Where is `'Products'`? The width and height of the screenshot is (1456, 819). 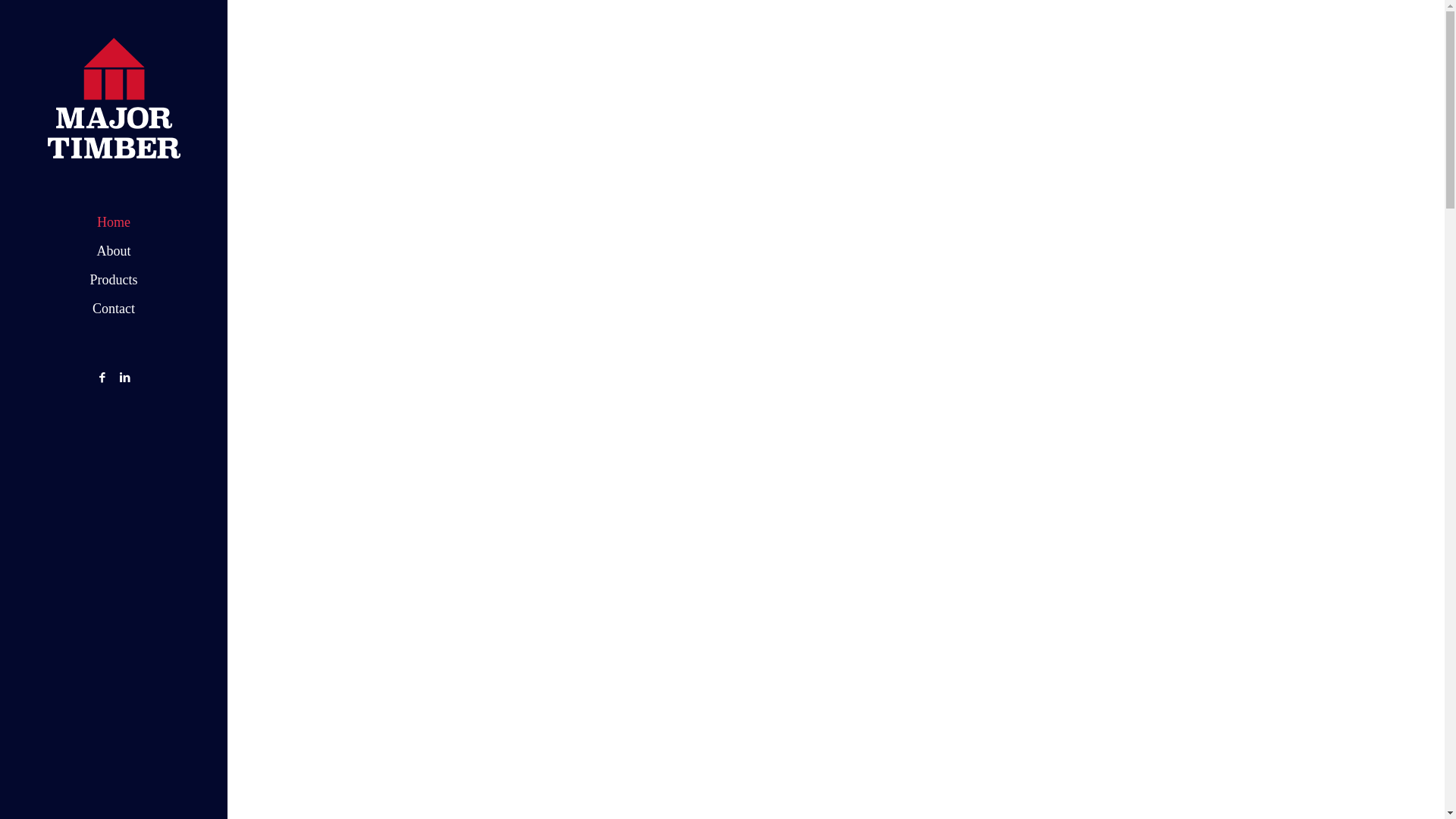 'Products' is located at coordinates (112, 280).